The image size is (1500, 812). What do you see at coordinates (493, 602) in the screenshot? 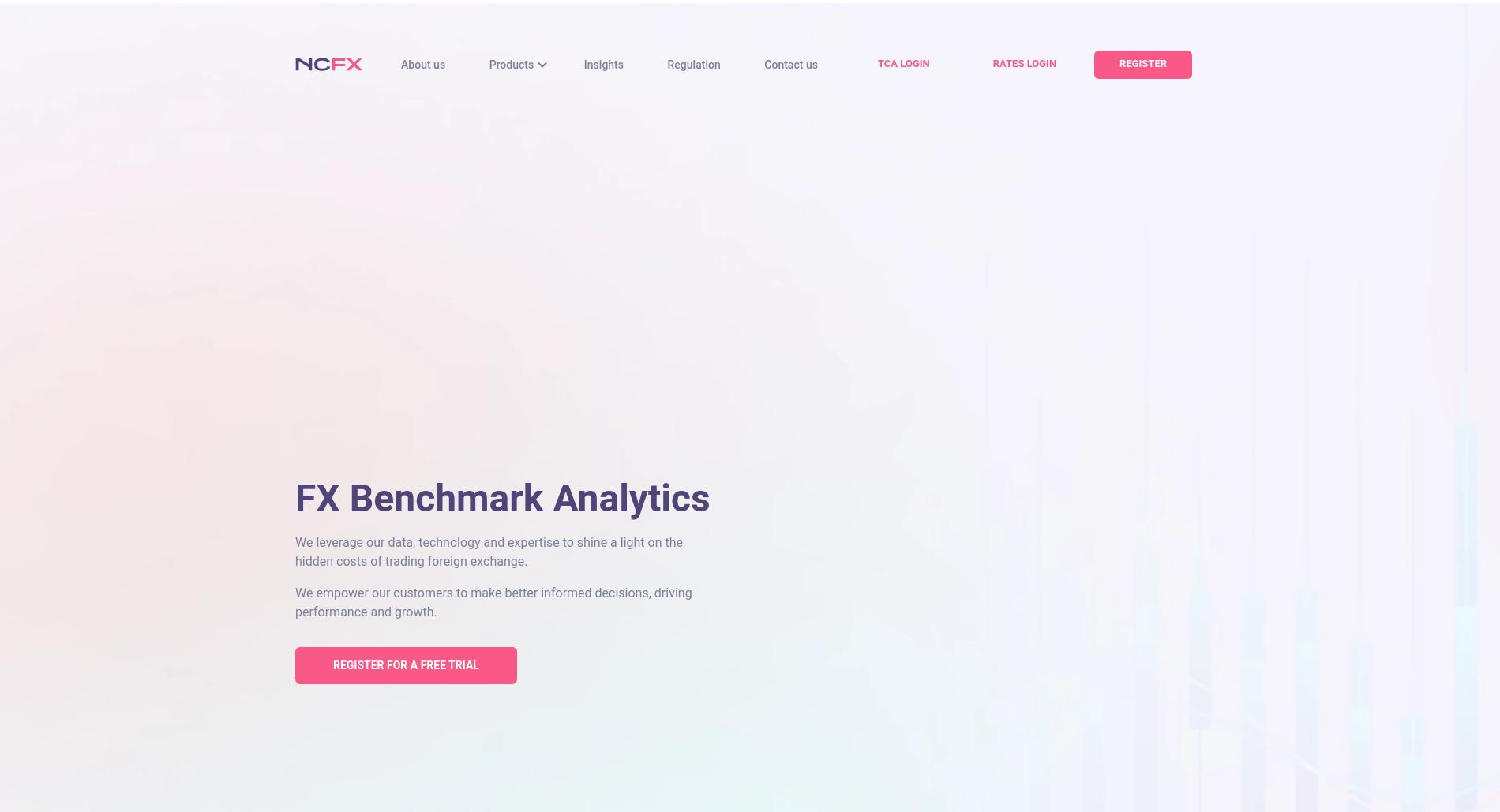
I see `'We empower our customers to make better informed decisions, driving performance and growth.'` at bounding box center [493, 602].